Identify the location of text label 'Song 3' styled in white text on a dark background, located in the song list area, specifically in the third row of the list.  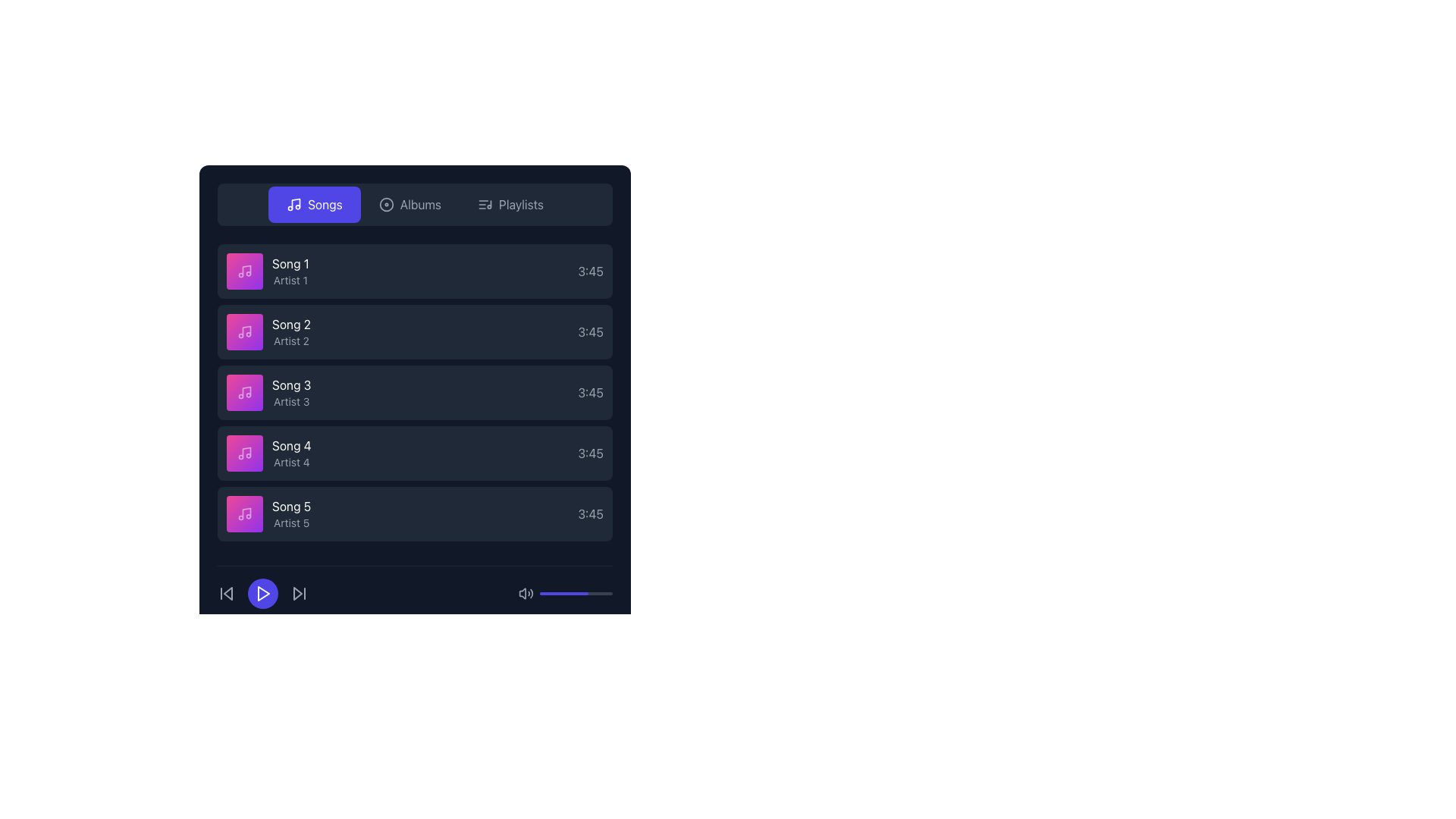
(291, 384).